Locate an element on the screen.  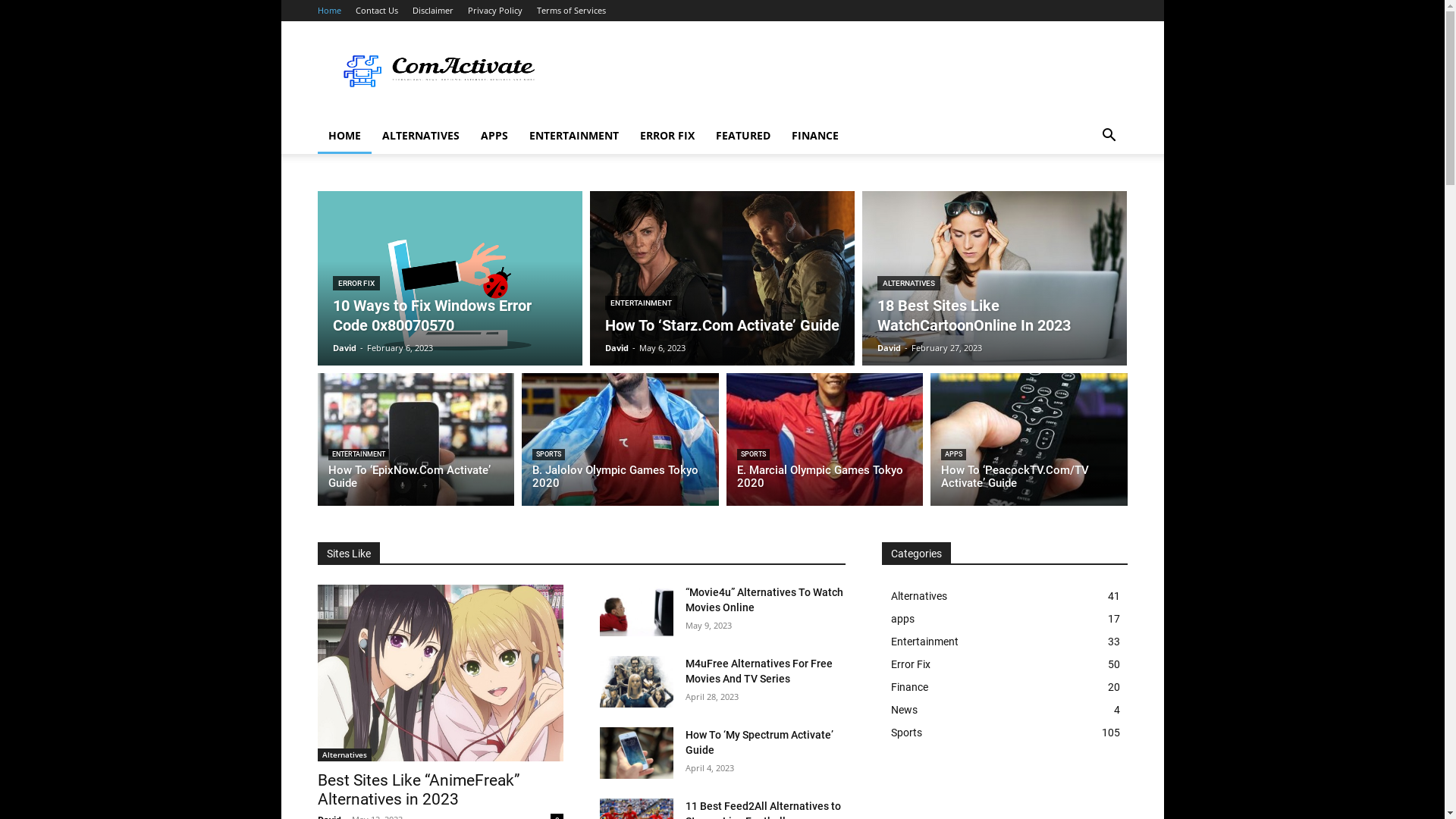
'18 Best Sites Like WatchCartoonOnline In 2023' is located at coordinates (994, 278).